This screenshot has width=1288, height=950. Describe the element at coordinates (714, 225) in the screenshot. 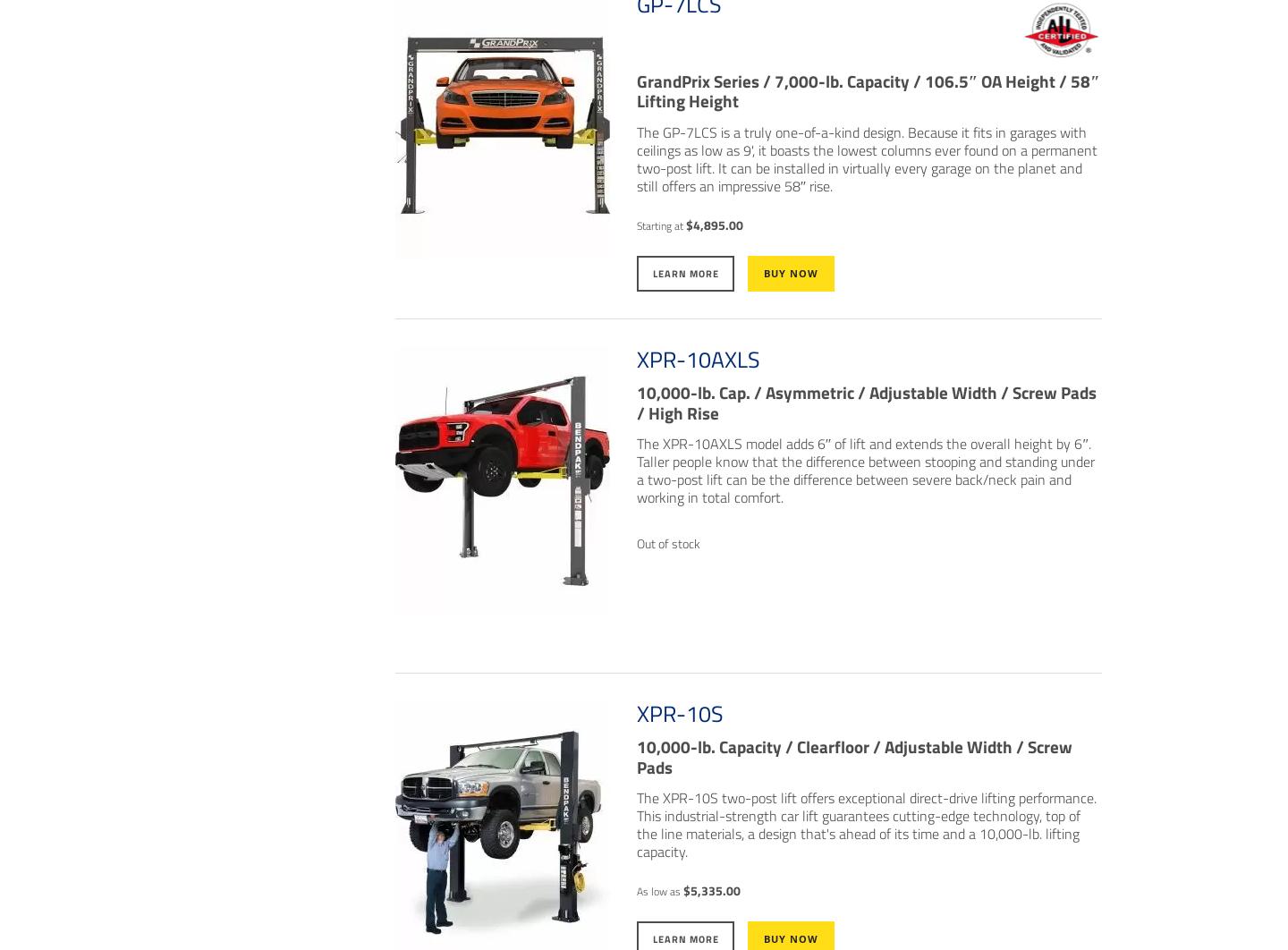

I see `'$4,895.00'` at that location.